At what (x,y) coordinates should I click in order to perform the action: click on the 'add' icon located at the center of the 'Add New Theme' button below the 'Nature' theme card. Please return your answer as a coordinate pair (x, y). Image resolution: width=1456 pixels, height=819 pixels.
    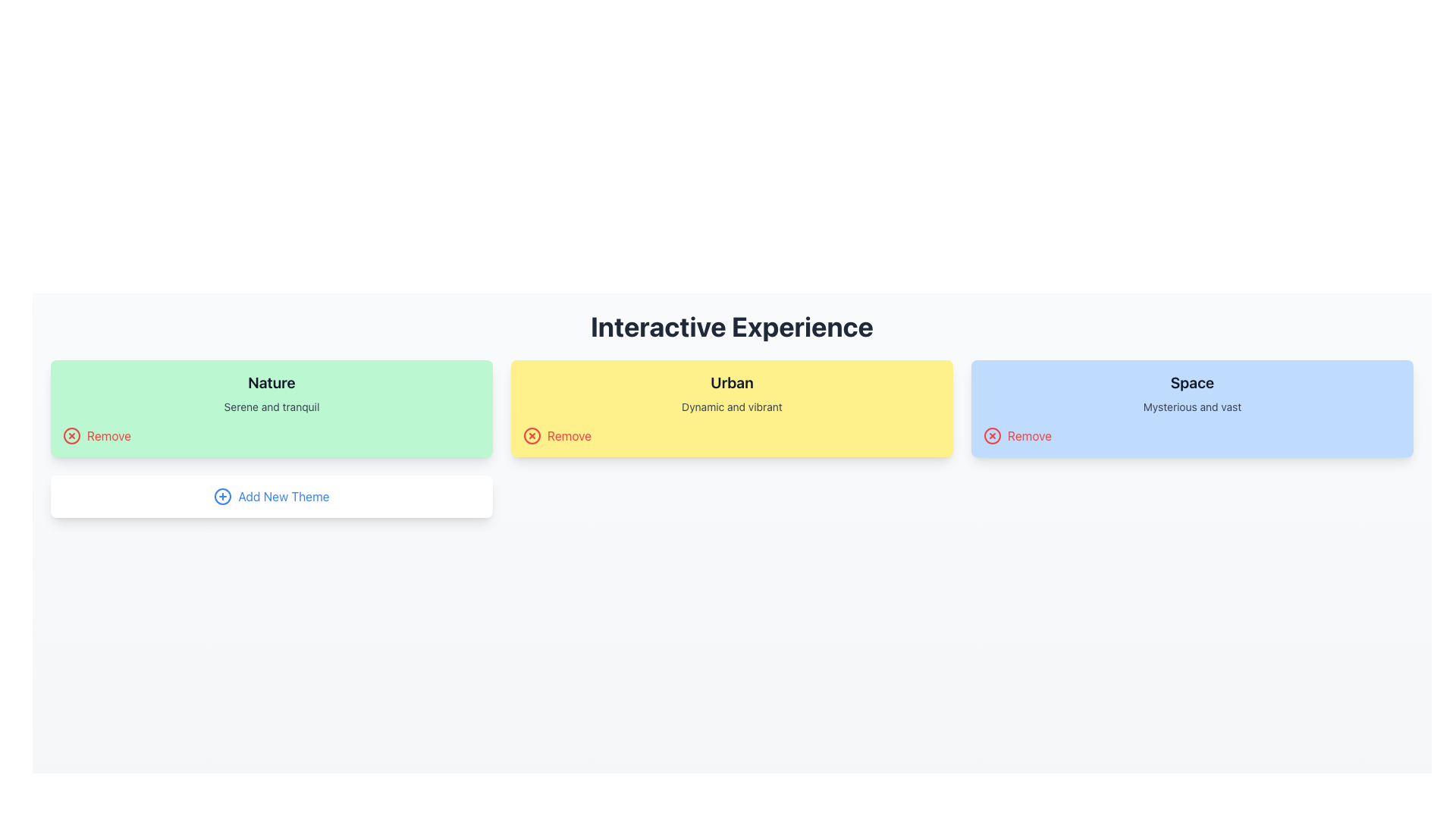
    Looking at the image, I should click on (222, 497).